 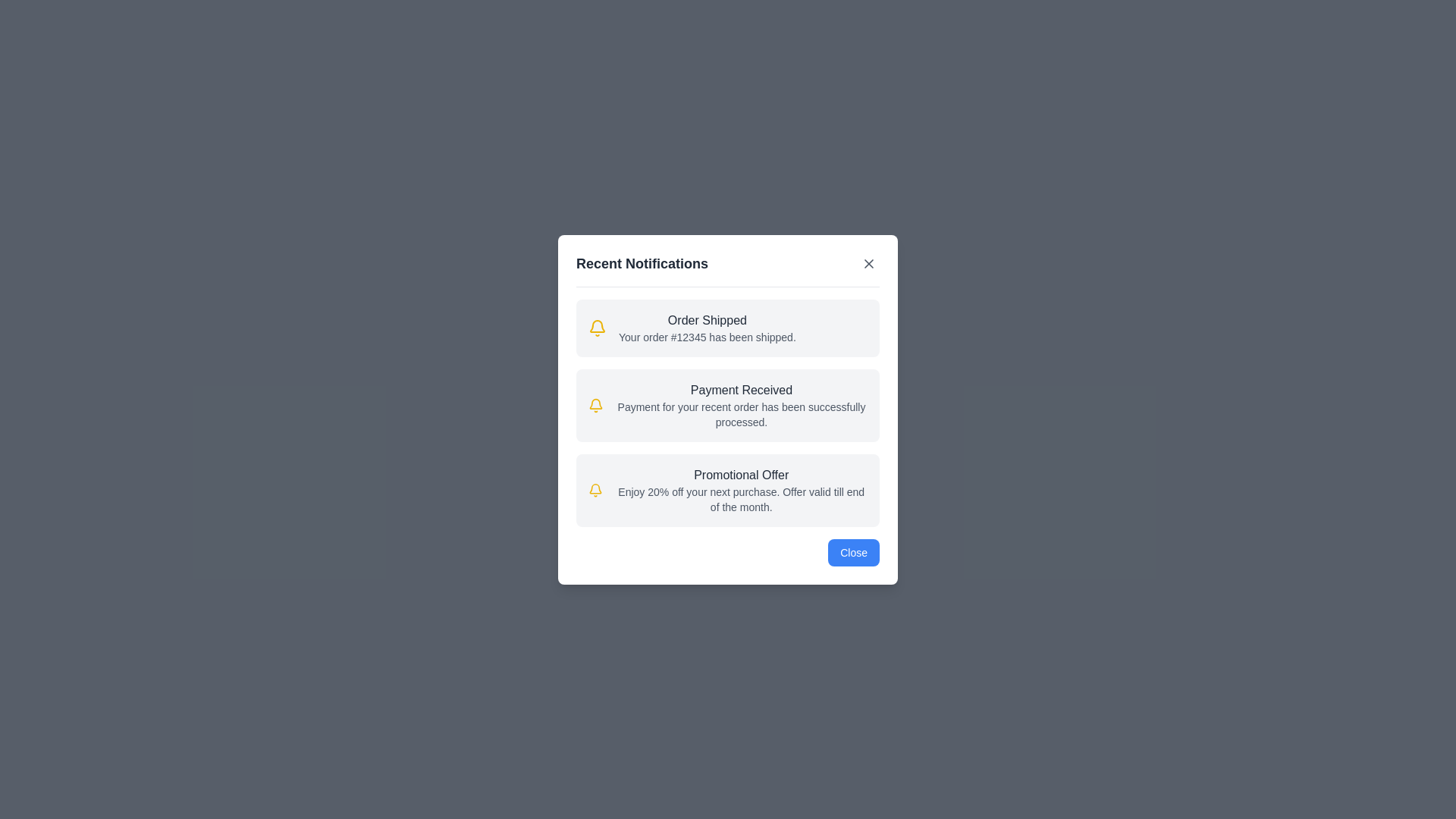 What do you see at coordinates (854, 552) in the screenshot?
I see `the 'Close' button to dismiss the dialog` at bounding box center [854, 552].